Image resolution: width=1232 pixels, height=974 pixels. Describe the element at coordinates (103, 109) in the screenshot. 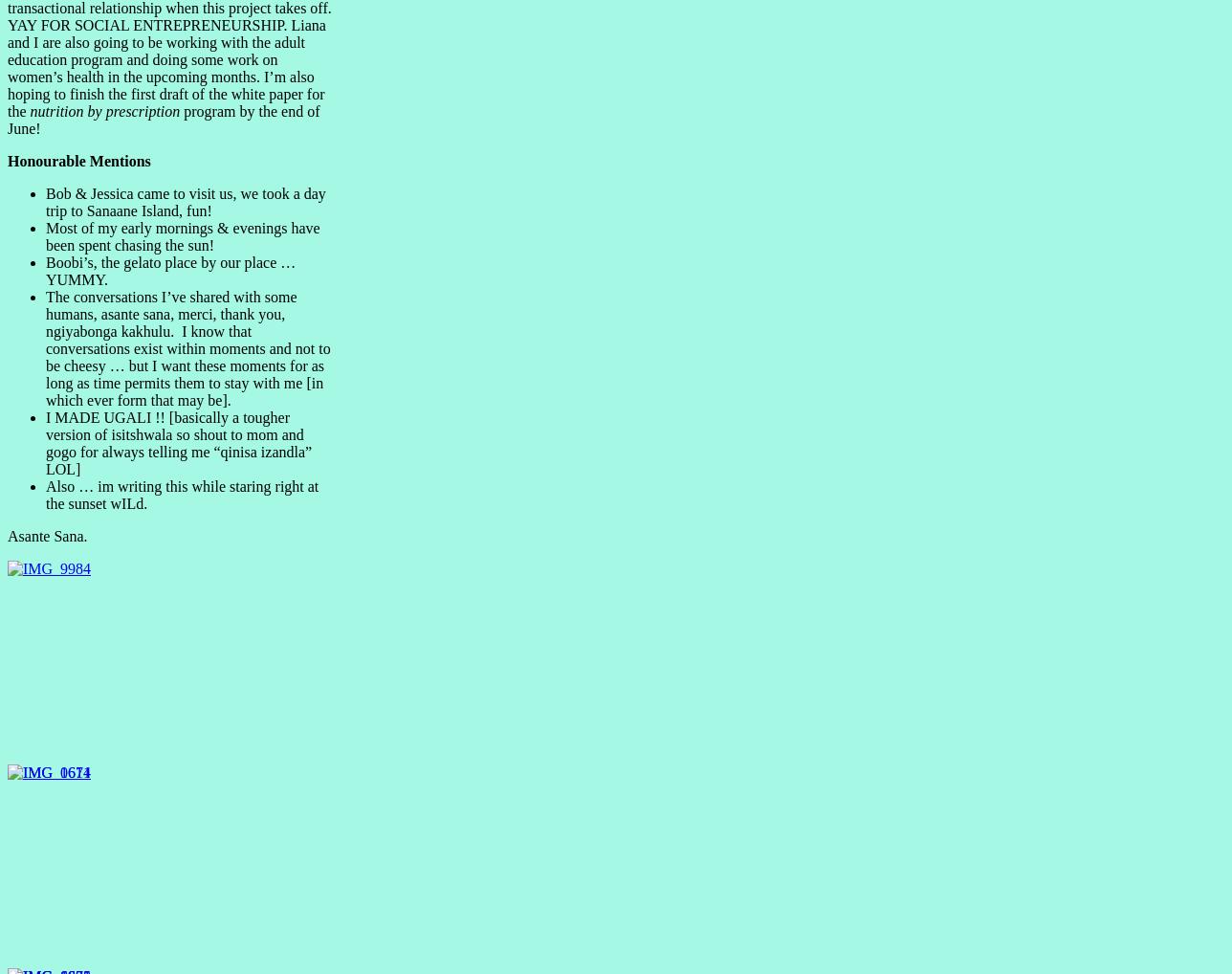

I see `'nutrition by prescription'` at that location.